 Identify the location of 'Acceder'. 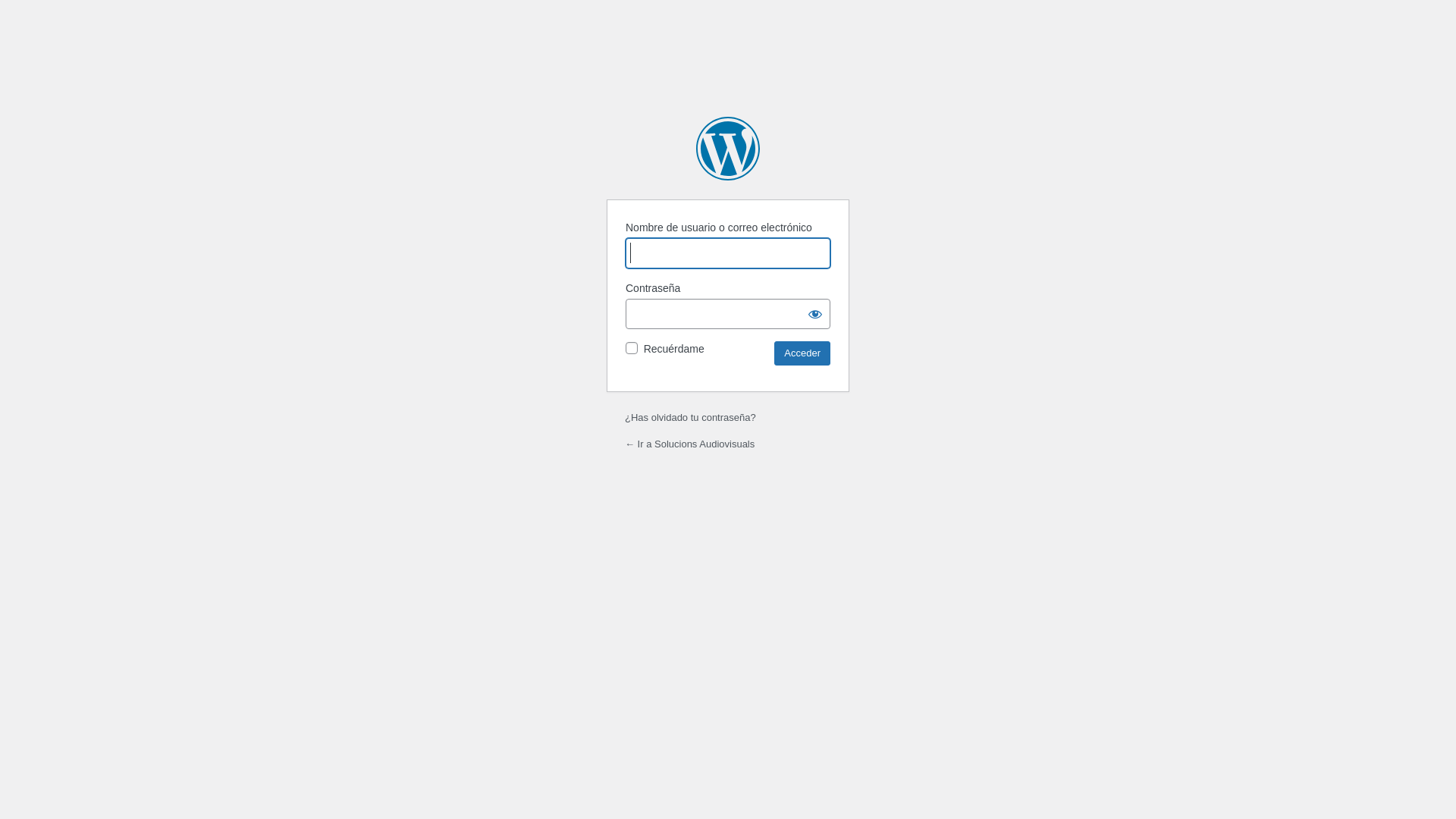
(801, 353).